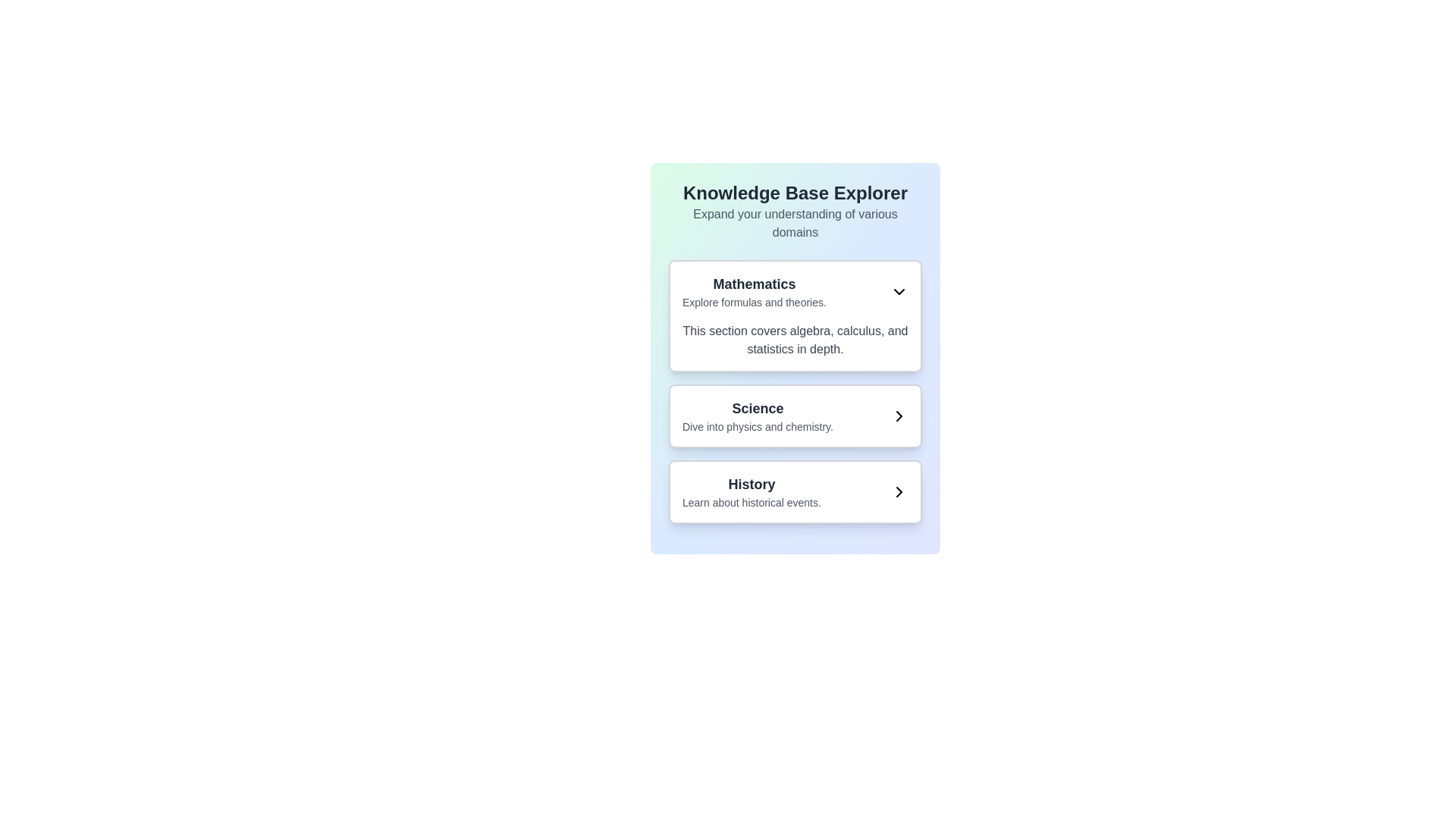  I want to click on the 'Knowledge Base Explorer' text label, which is a bold, large font header displayed in dark gray at the top of the section, so click(795, 192).